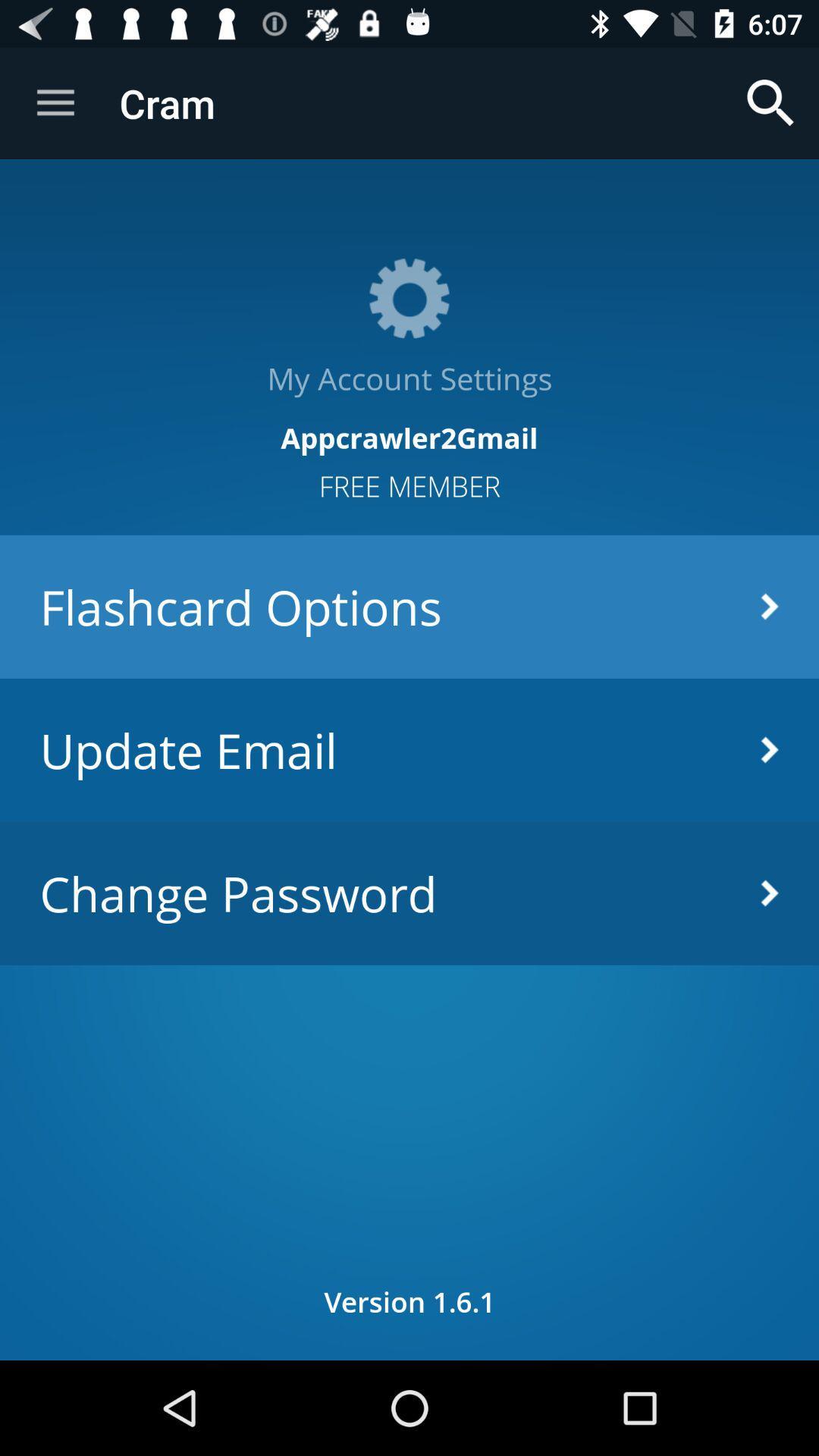 This screenshot has width=819, height=1456. Describe the element at coordinates (409, 607) in the screenshot. I see `the flashcard options` at that location.